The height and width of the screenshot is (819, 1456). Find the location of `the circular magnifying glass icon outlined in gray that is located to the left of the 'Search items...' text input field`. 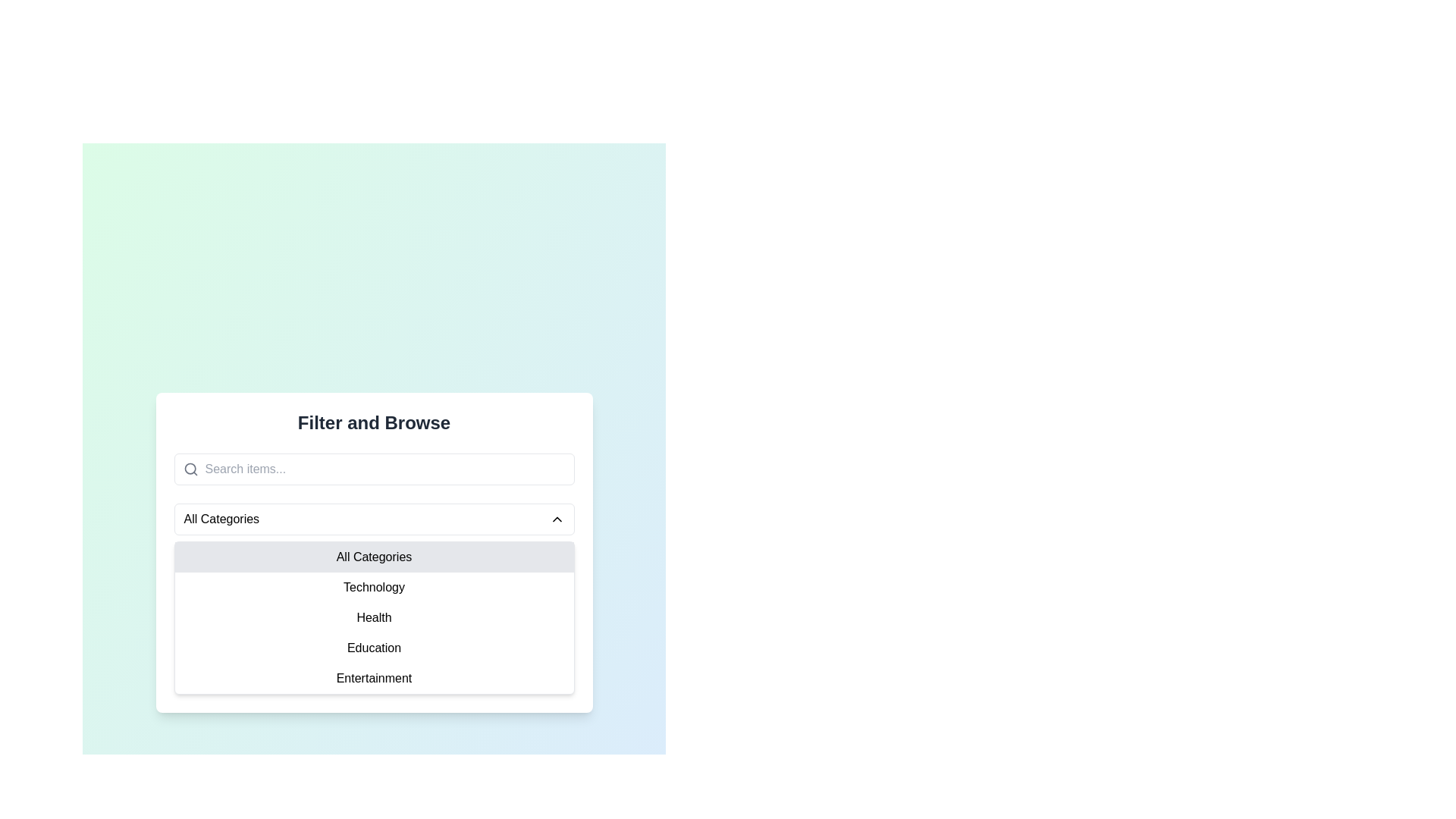

the circular magnifying glass icon outlined in gray that is located to the left of the 'Search items...' text input field is located at coordinates (190, 468).